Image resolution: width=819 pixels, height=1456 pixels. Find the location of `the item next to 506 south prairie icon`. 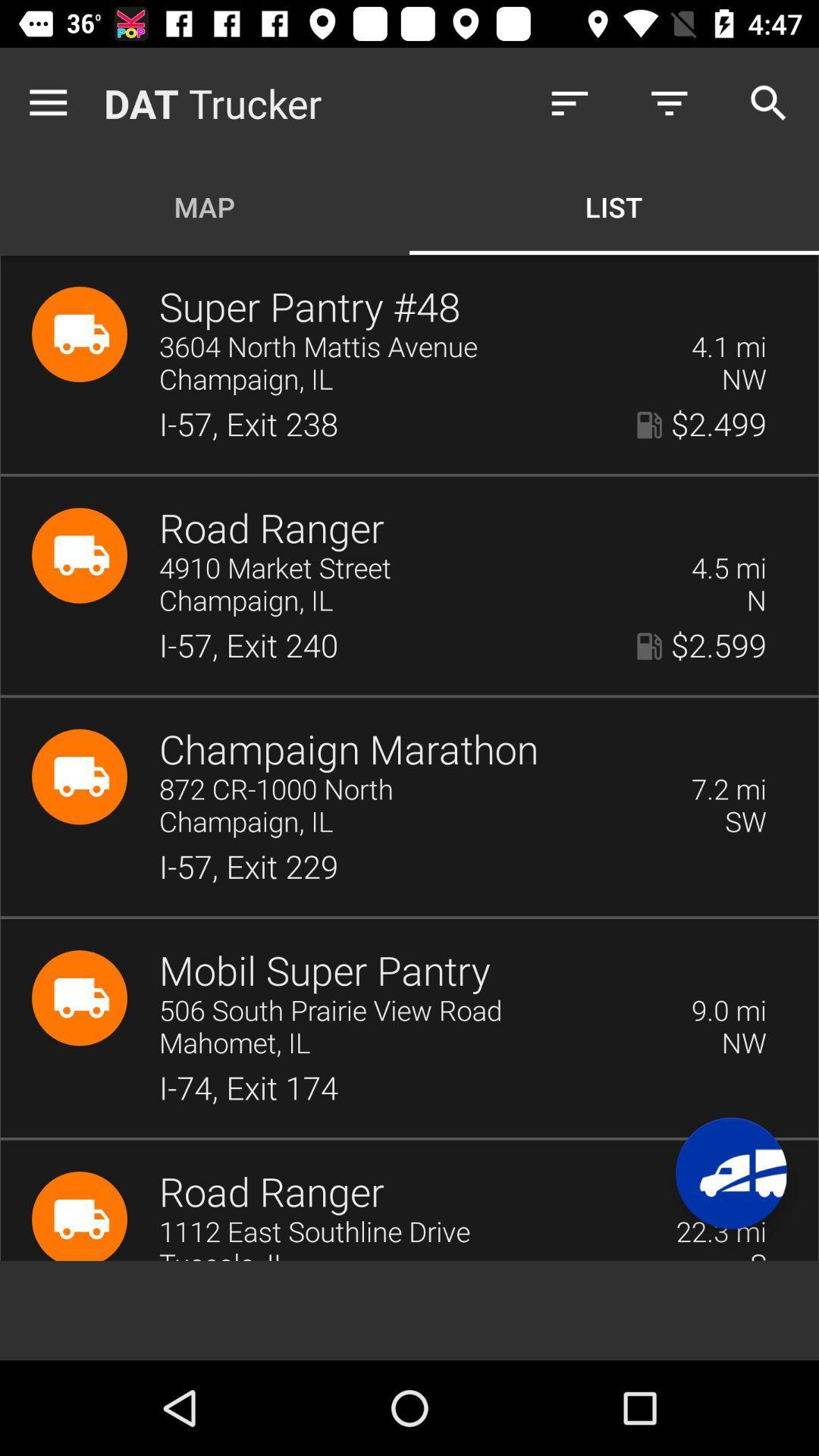

the item next to 506 south prairie icon is located at coordinates (728, 1011).